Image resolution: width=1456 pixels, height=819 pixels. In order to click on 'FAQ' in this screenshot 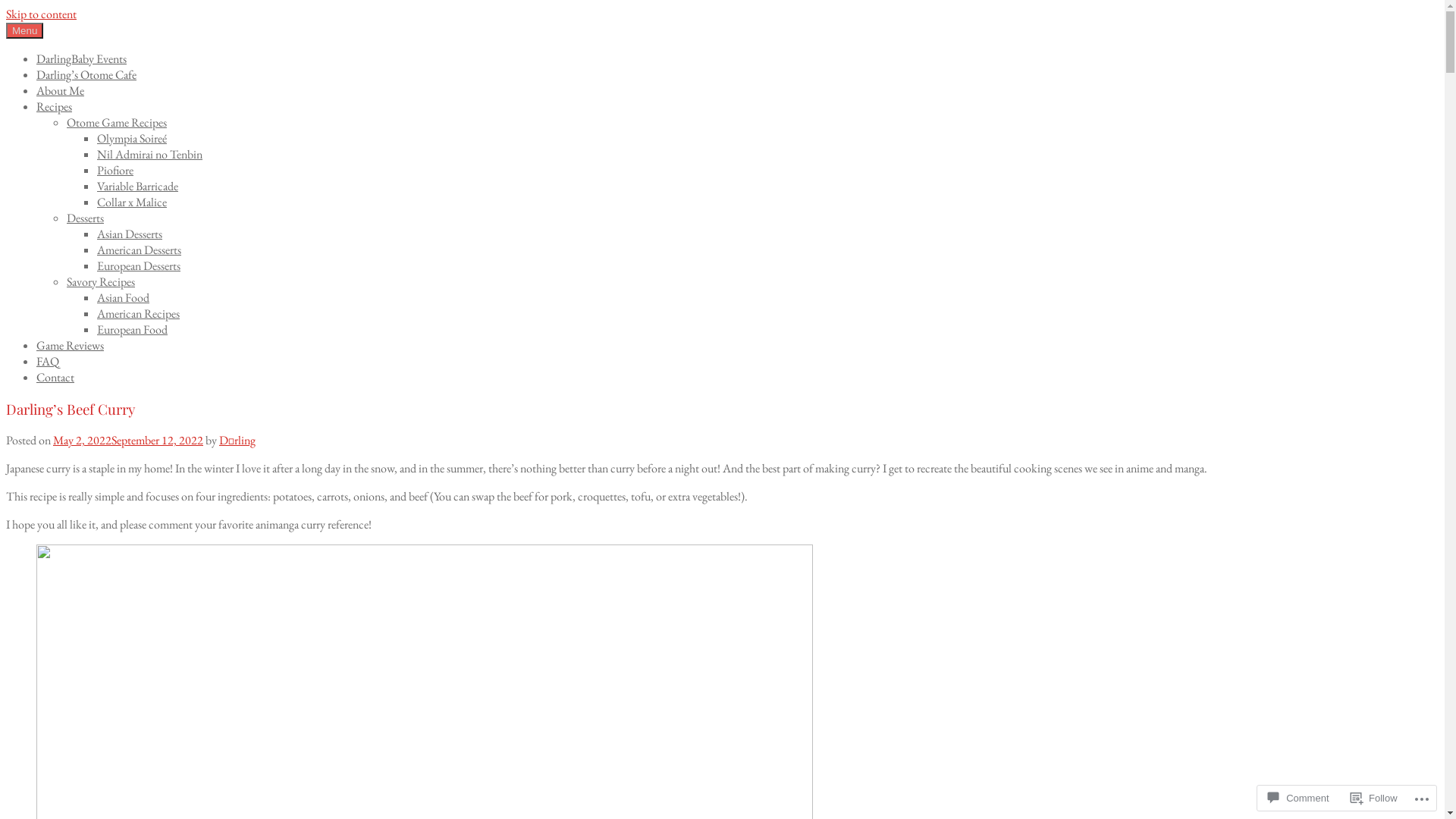, I will do `click(47, 361)`.